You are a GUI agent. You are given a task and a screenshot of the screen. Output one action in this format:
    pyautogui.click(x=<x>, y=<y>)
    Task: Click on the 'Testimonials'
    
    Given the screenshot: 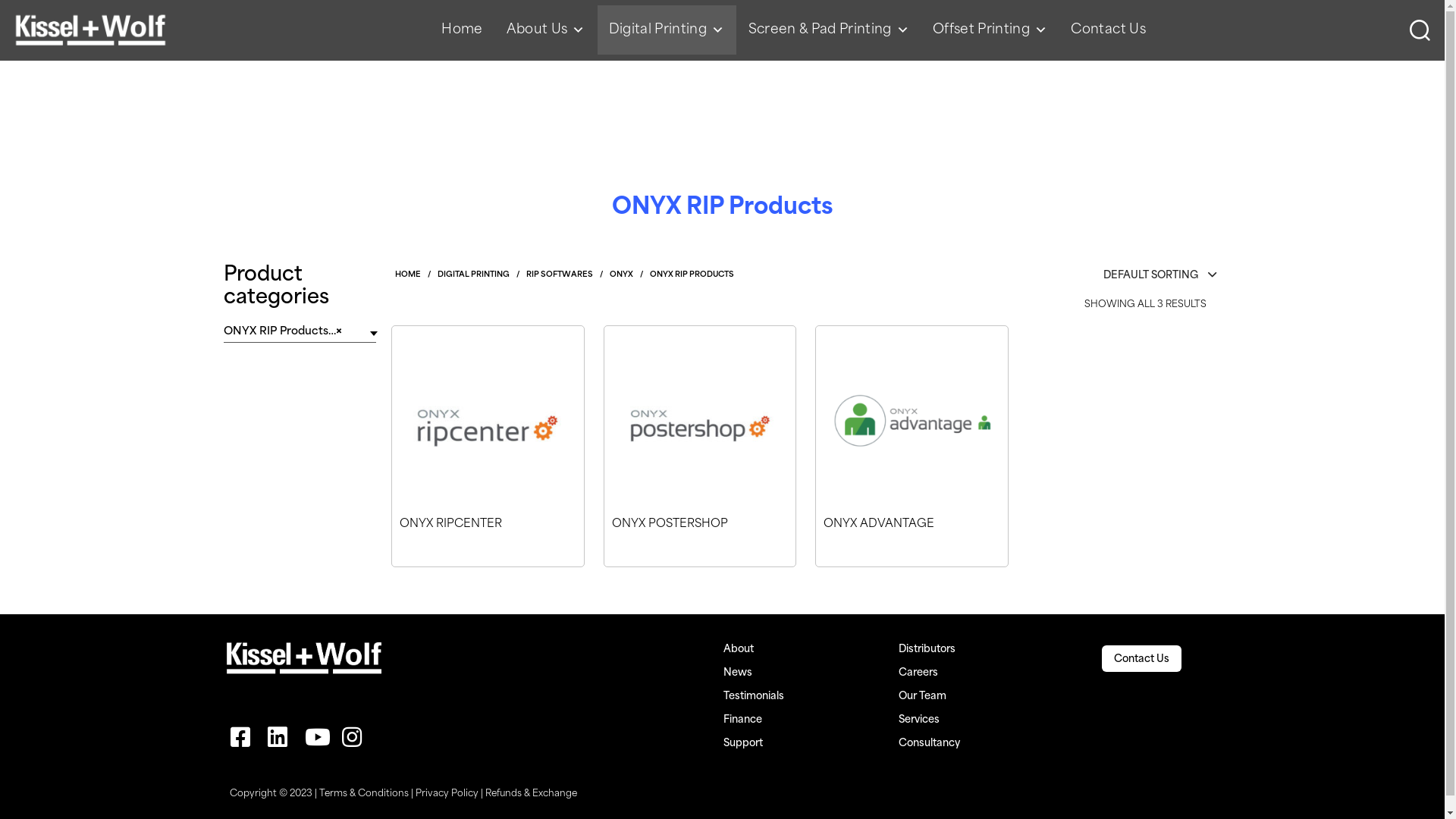 What is the action you would take?
    pyautogui.click(x=723, y=696)
    